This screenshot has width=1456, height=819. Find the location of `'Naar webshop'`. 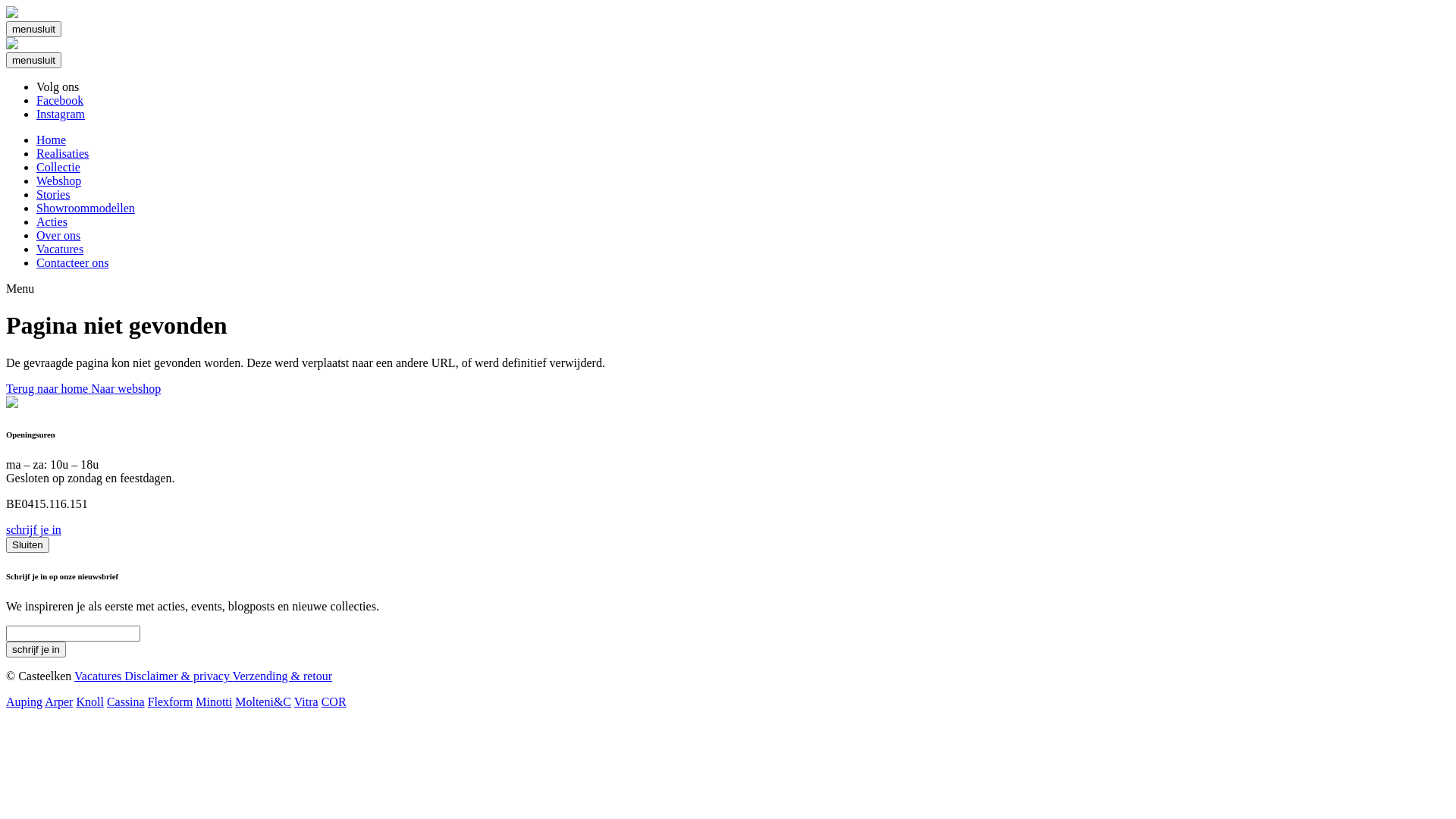

'Naar webshop' is located at coordinates (90, 388).